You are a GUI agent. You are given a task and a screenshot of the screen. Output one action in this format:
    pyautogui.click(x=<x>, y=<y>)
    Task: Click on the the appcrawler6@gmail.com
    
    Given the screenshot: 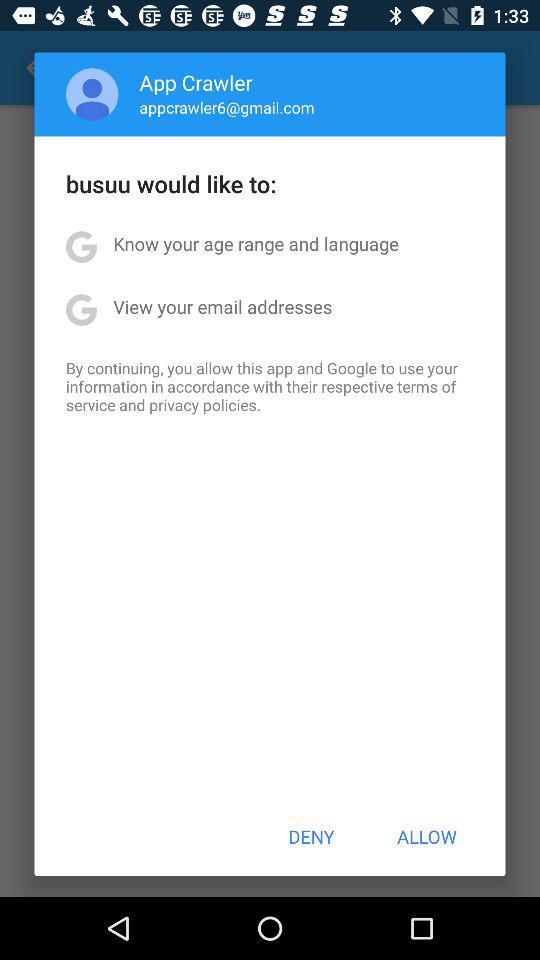 What is the action you would take?
    pyautogui.click(x=226, y=107)
    